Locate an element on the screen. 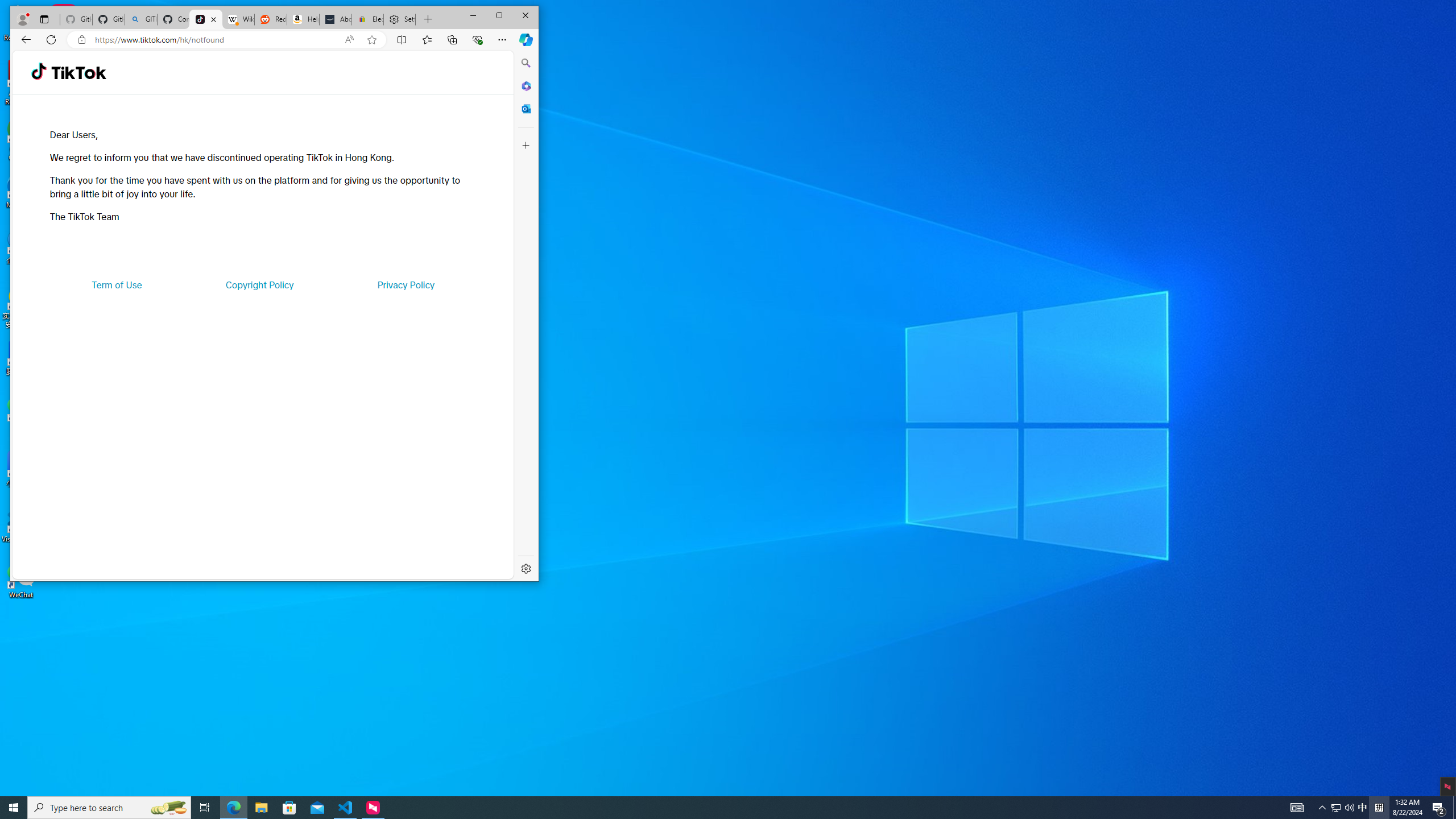 This screenshot has width=1456, height=819. 'Help & Contact Us - Amazon Customer Service' is located at coordinates (303, 19).